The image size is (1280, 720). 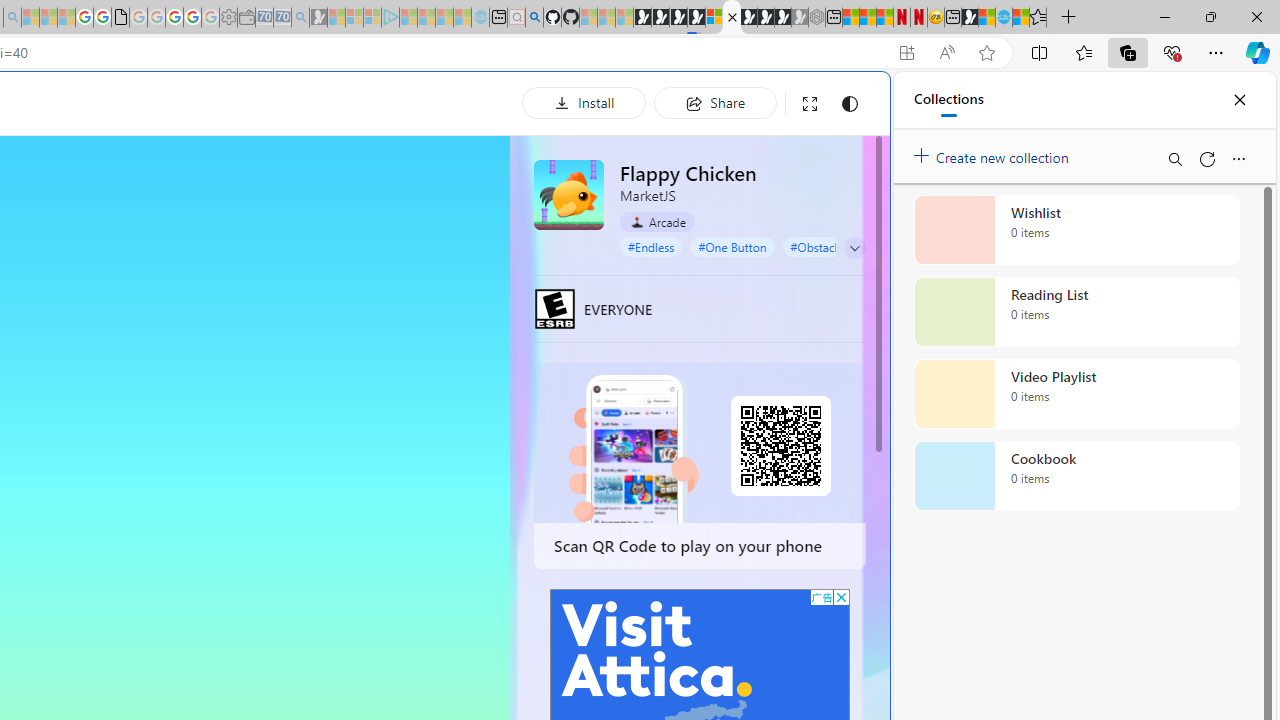 What do you see at coordinates (299, 17) in the screenshot?
I see `'Bing Real Estate - Home sales and rental listings - Sleeping'` at bounding box center [299, 17].